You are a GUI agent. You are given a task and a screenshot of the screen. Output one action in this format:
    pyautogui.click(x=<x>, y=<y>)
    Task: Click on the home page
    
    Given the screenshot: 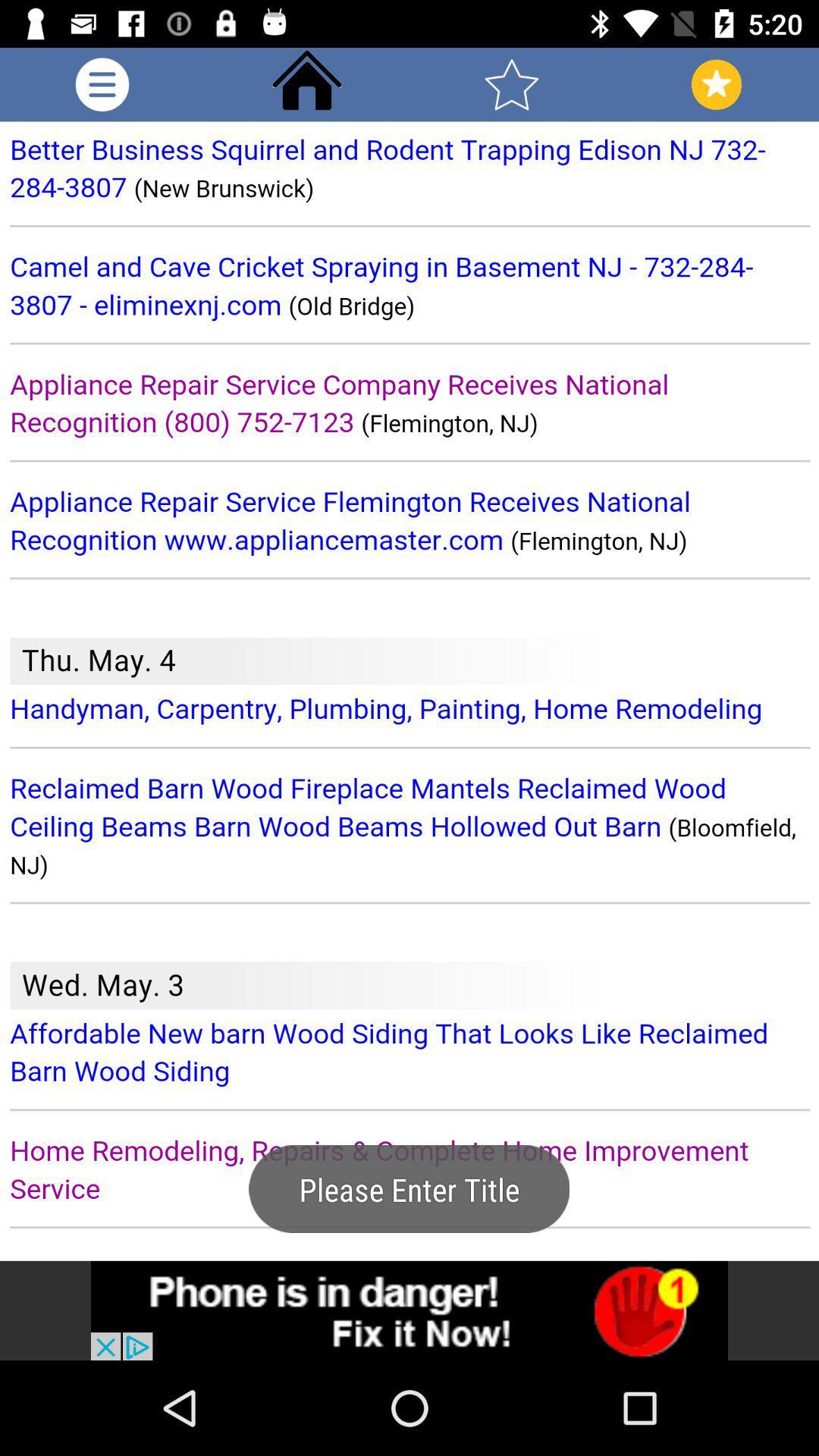 What is the action you would take?
    pyautogui.click(x=307, y=83)
    